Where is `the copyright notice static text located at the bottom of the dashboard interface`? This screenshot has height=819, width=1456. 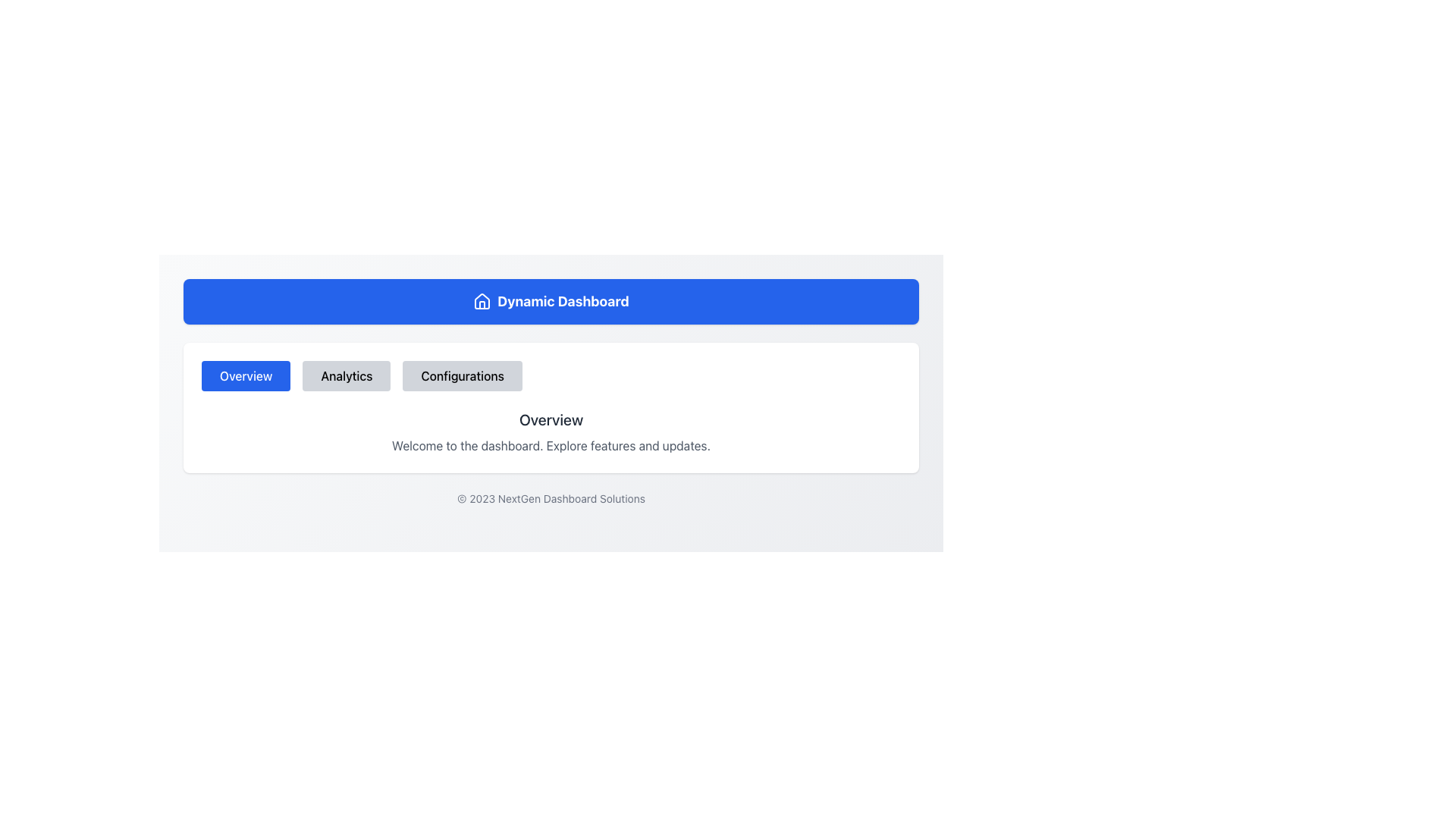 the copyright notice static text located at the bottom of the dashboard interface is located at coordinates (550, 499).